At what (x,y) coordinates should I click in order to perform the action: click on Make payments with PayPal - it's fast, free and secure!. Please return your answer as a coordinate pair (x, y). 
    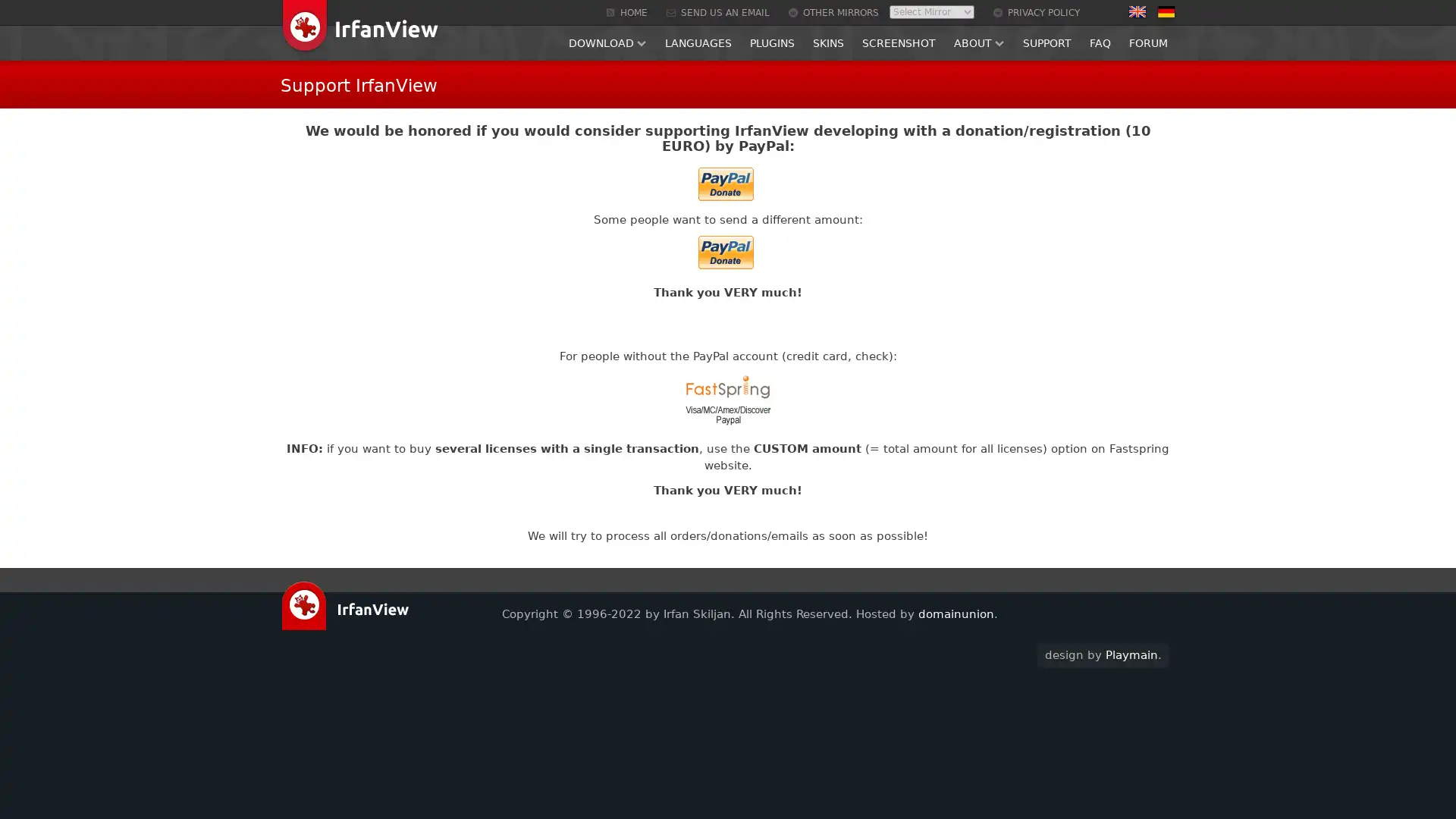
    Looking at the image, I should click on (724, 183).